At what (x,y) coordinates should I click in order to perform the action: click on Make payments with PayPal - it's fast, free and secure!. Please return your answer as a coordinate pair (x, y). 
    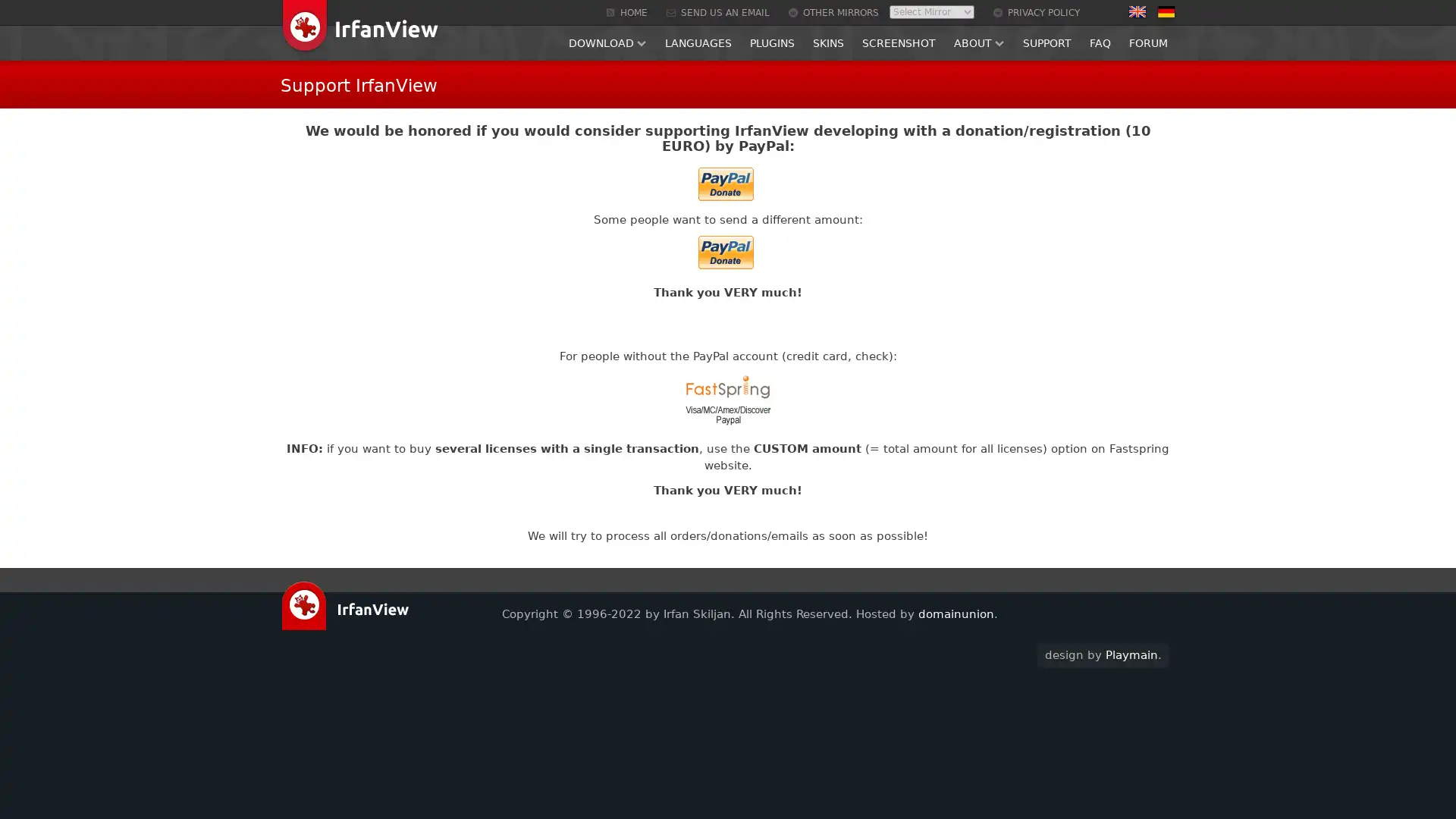
    Looking at the image, I should click on (724, 183).